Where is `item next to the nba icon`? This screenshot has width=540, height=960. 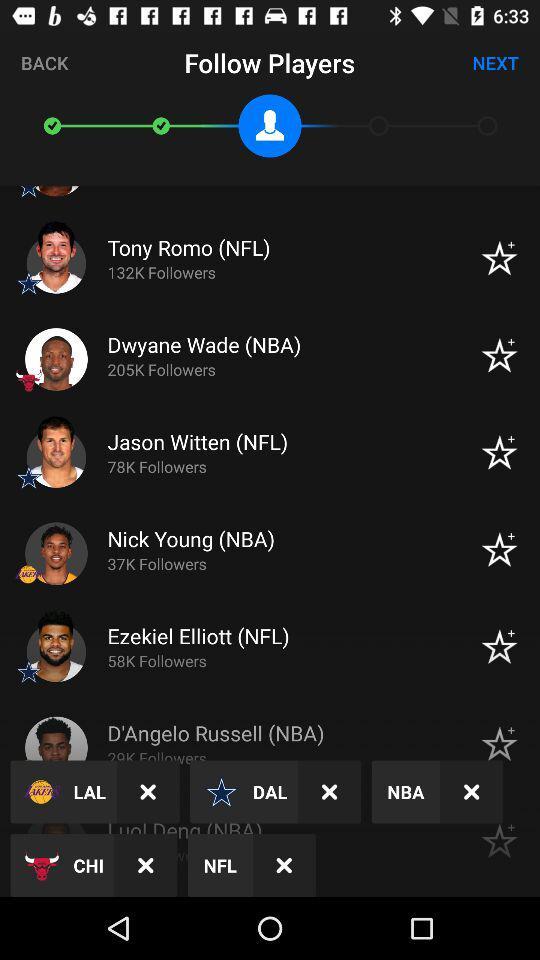 item next to the nba icon is located at coordinates (471, 792).